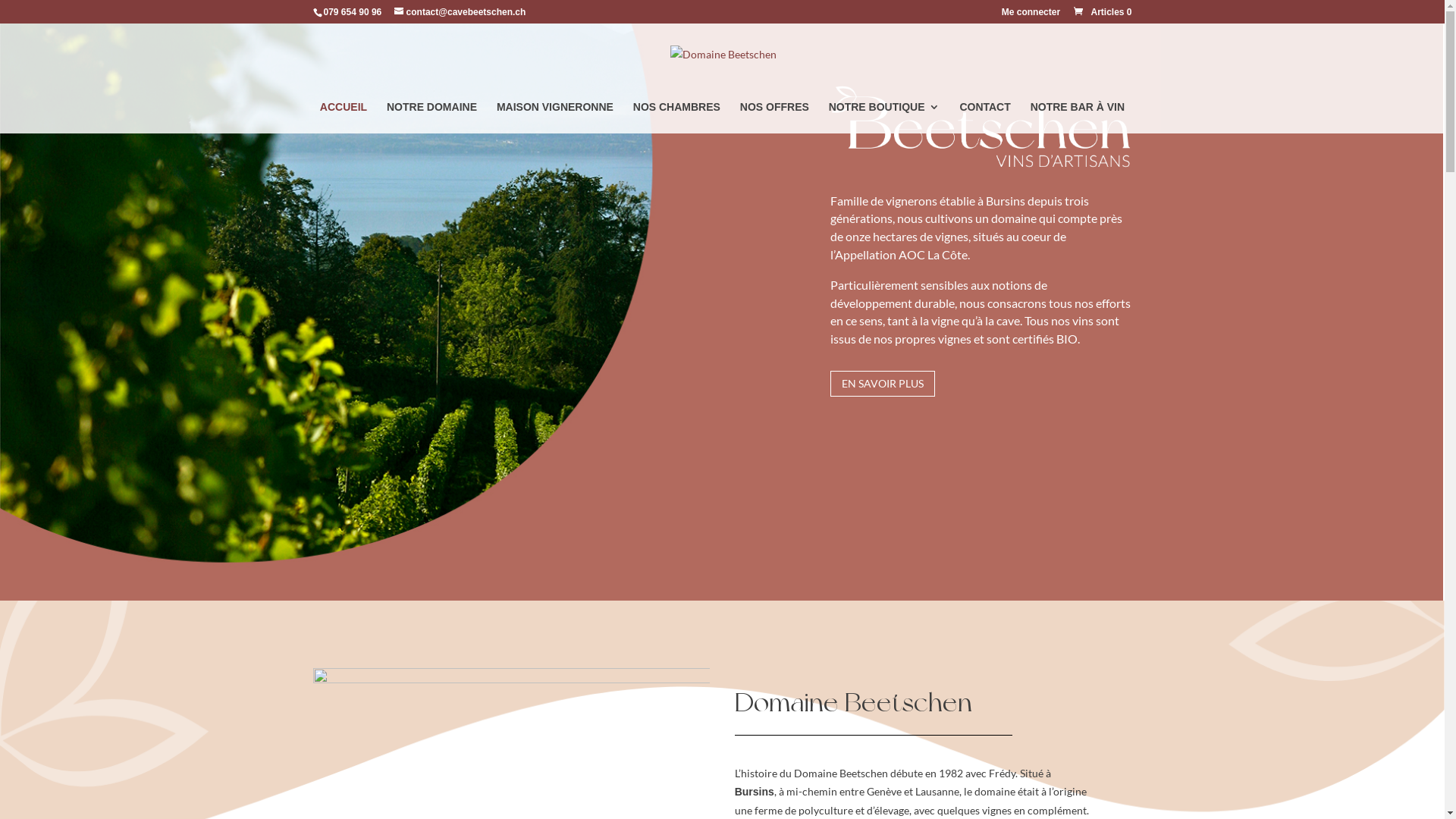 The image size is (1456, 819). What do you see at coordinates (351, 11) in the screenshot?
I see `'079 654 90 96'` at bounding box center [351, 11].